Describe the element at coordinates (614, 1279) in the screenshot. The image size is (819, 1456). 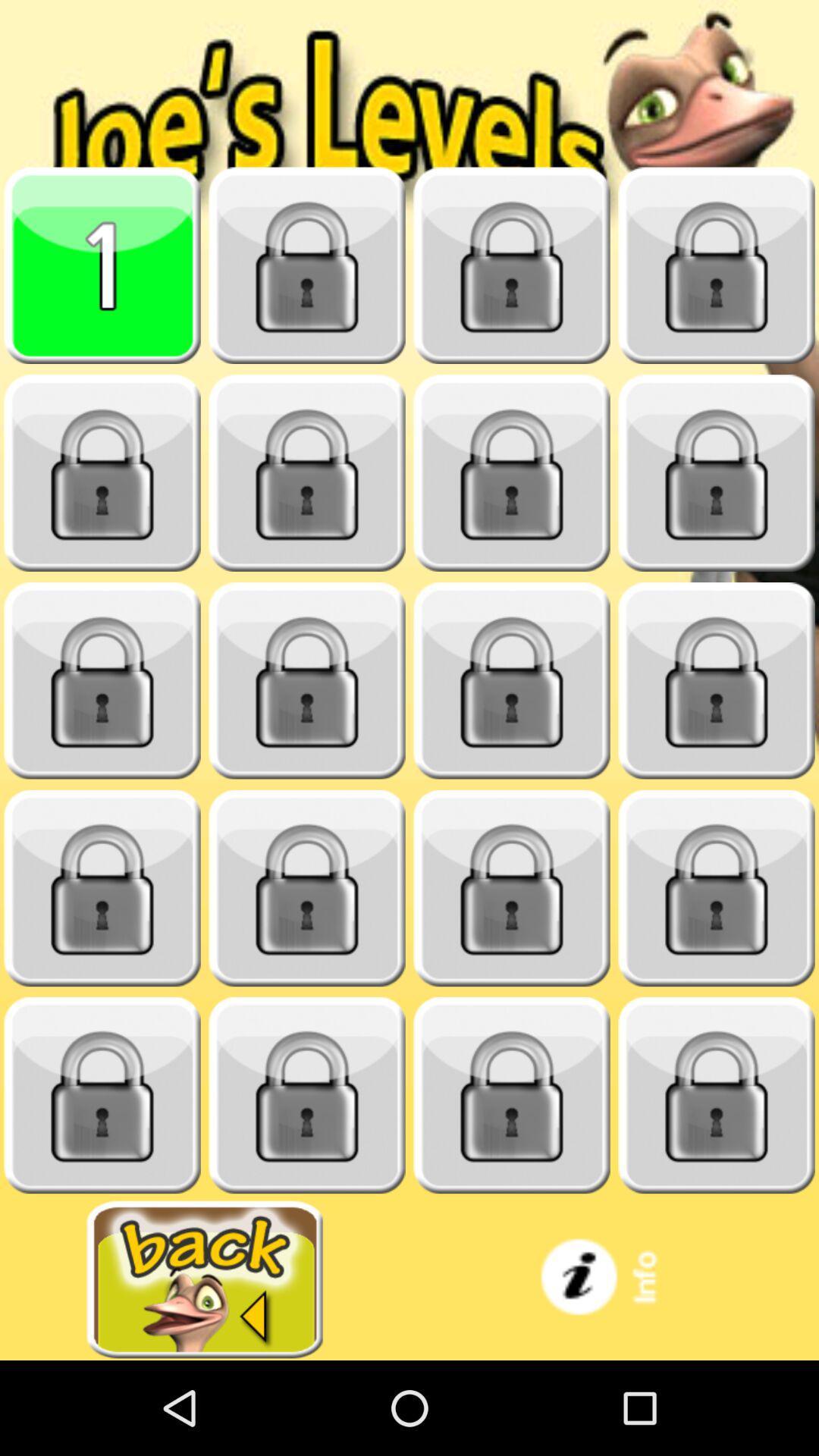
I see `information` at that location.